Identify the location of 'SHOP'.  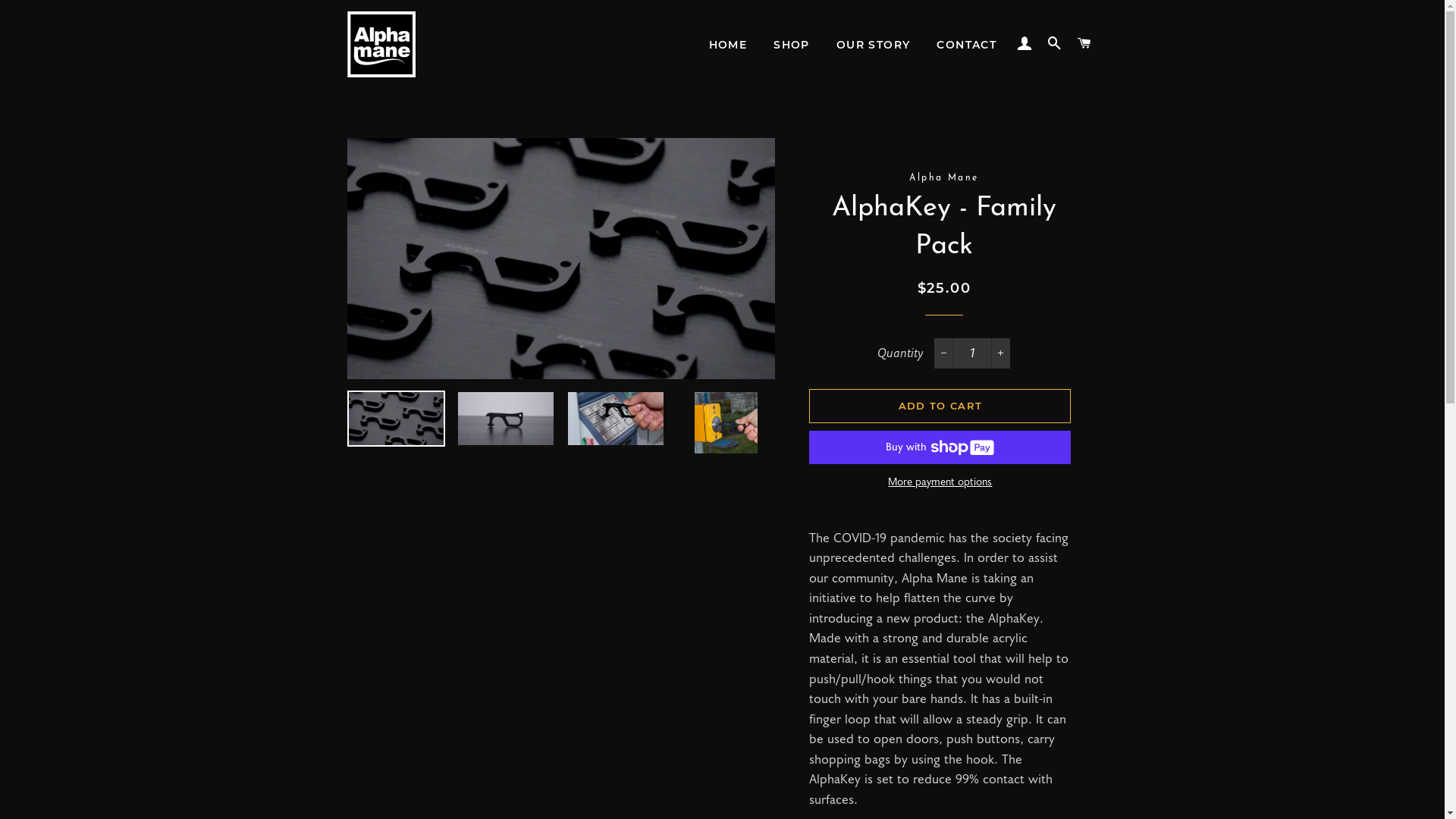
(790, 45).